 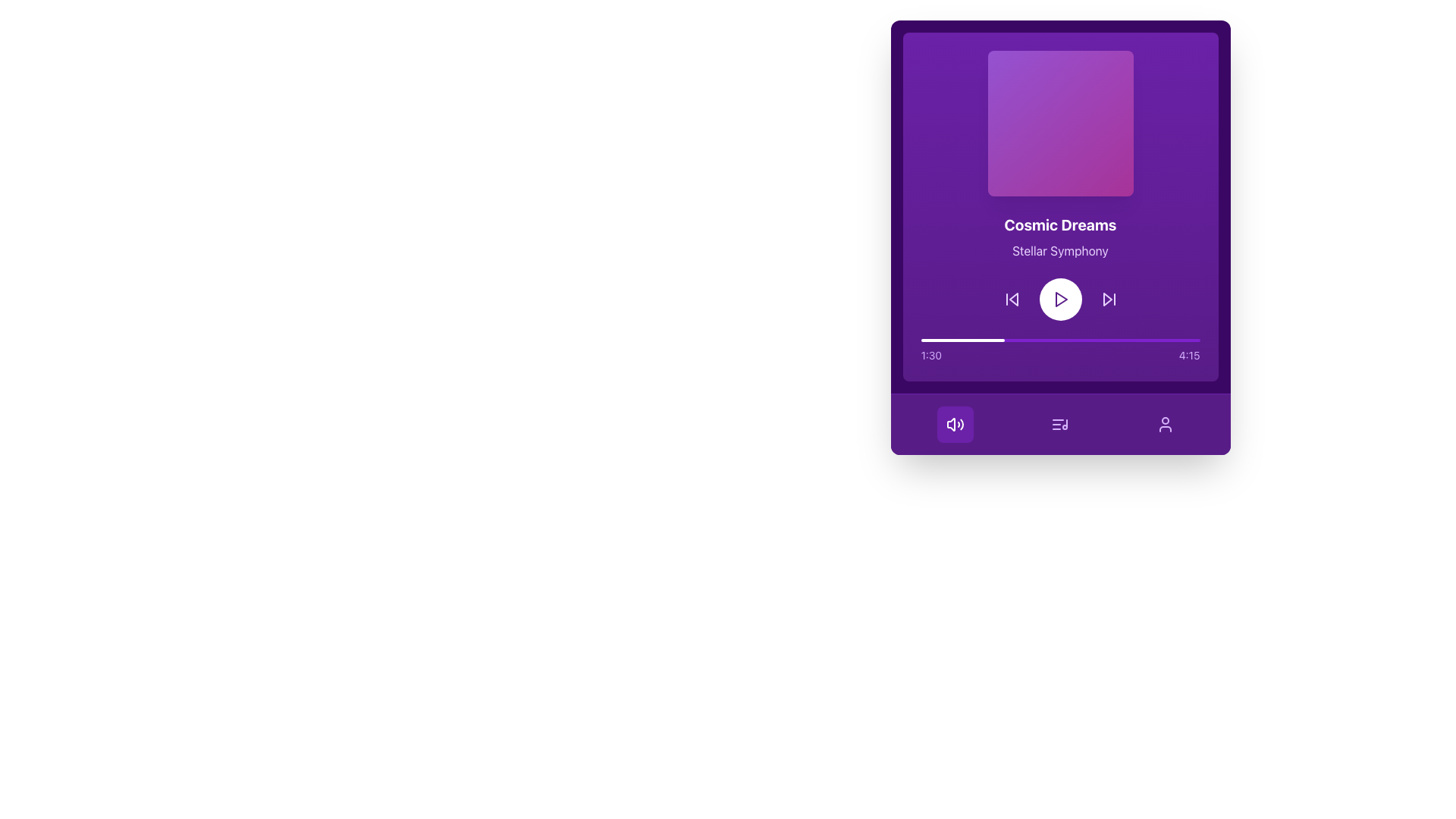 I want to click on the triangular 'play button' icon located centrally in the control area beneath the title and artist information to play or pause the media, so click(x=1060, y=299).